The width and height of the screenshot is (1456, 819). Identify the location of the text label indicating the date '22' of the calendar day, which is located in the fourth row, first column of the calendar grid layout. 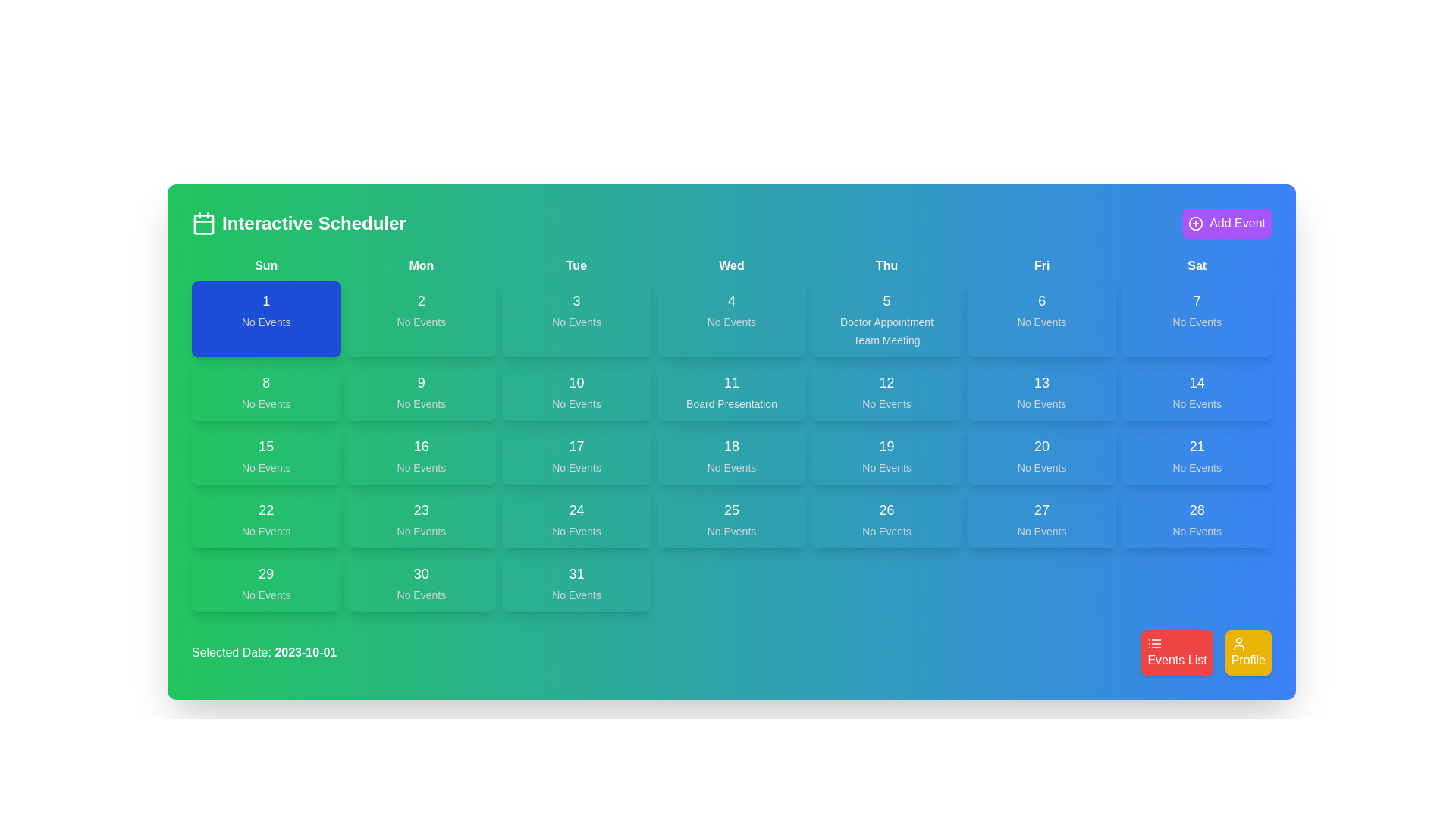
(266, 510).